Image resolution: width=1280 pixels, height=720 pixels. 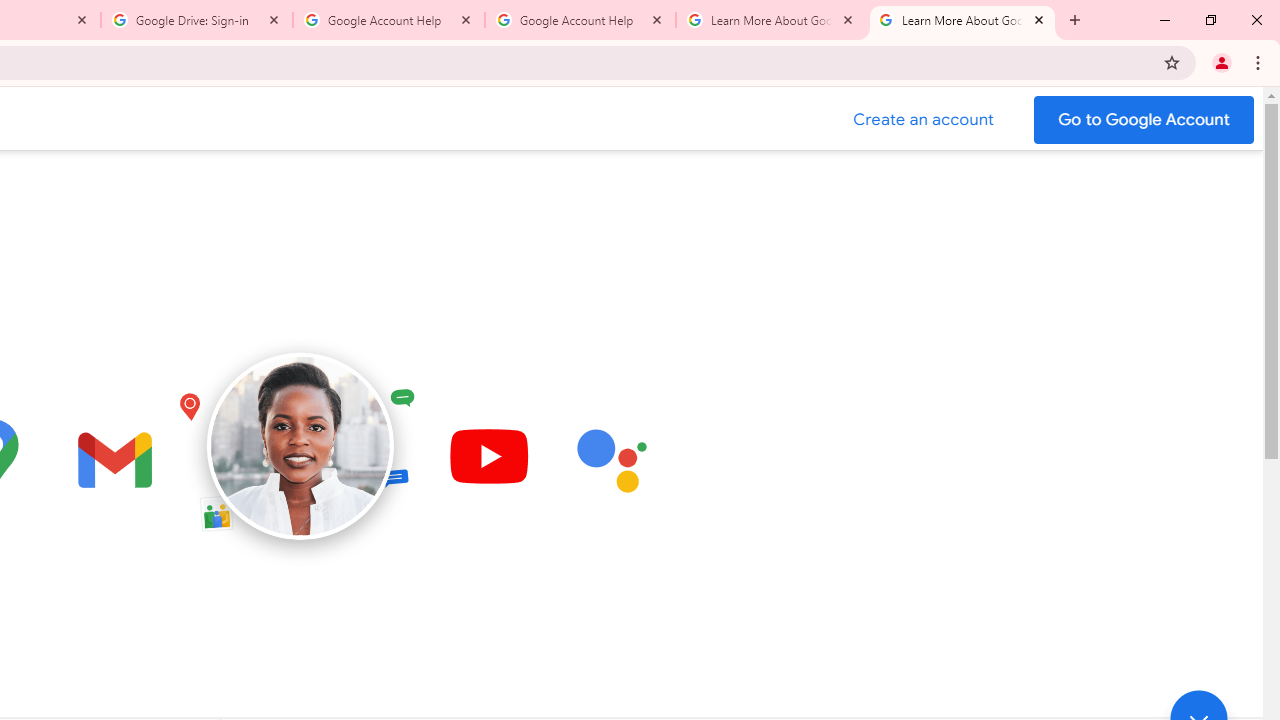 What do you see at coordinates (197, 20) in the screenshot?
I see `'Google Drive: Sign-in'` at bounding box center [197, 20].